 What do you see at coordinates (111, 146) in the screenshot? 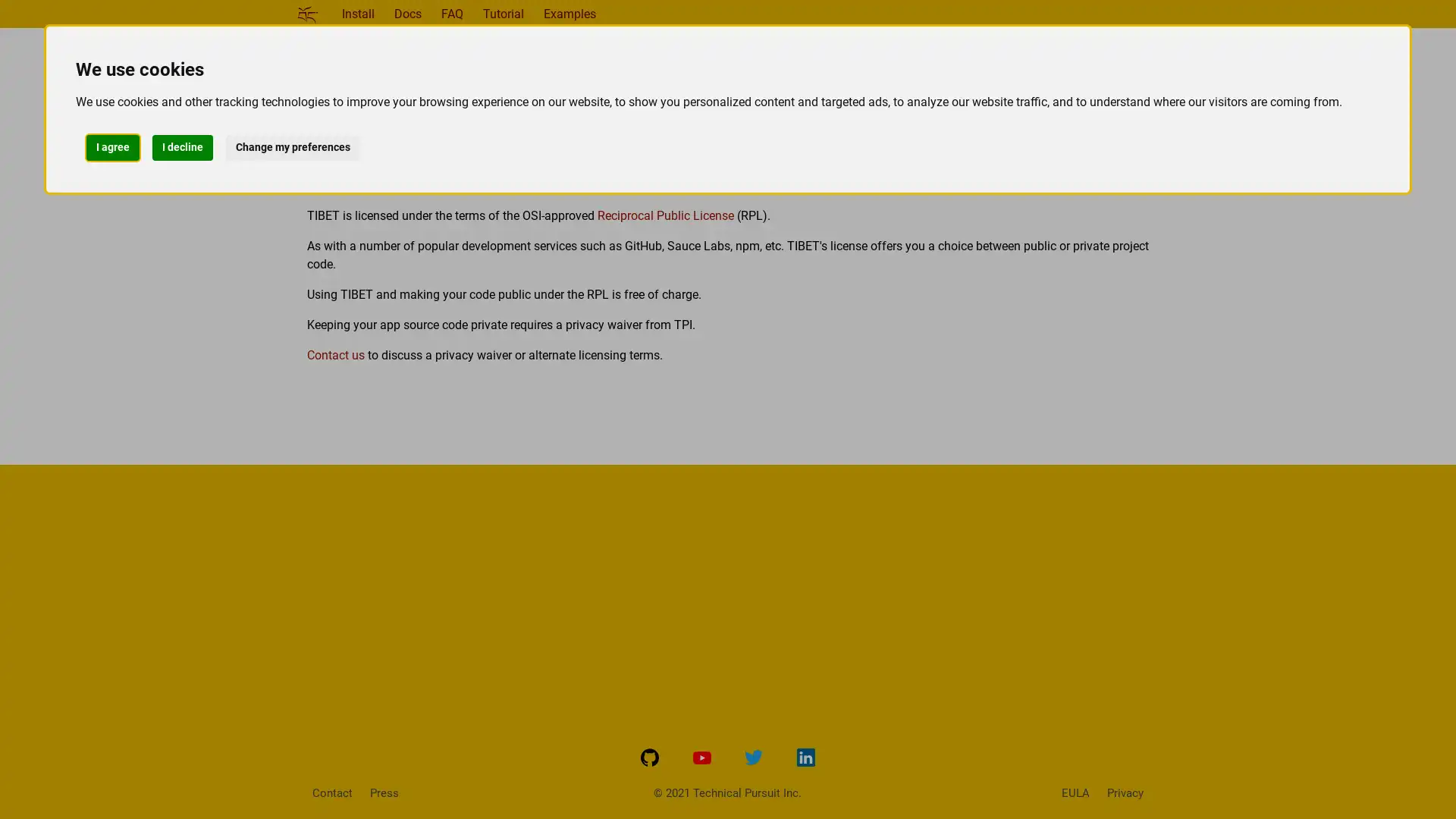
I see `I agree` at bounding box center [111, 146].